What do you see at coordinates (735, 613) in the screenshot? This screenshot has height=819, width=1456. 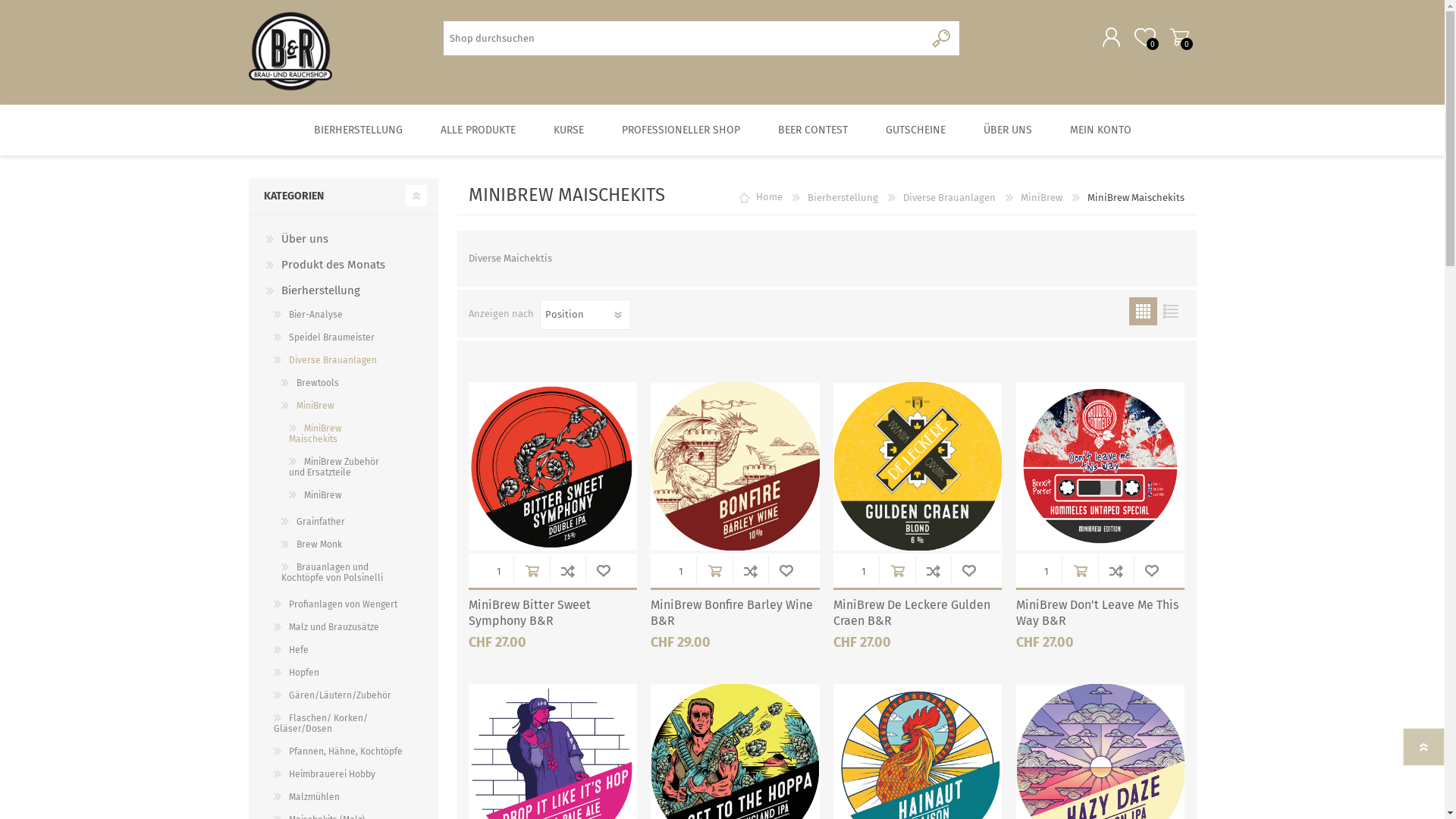 I see `'MiniBrew Bonfire Barley Wine B&R'` at bounding box center [735, 613].